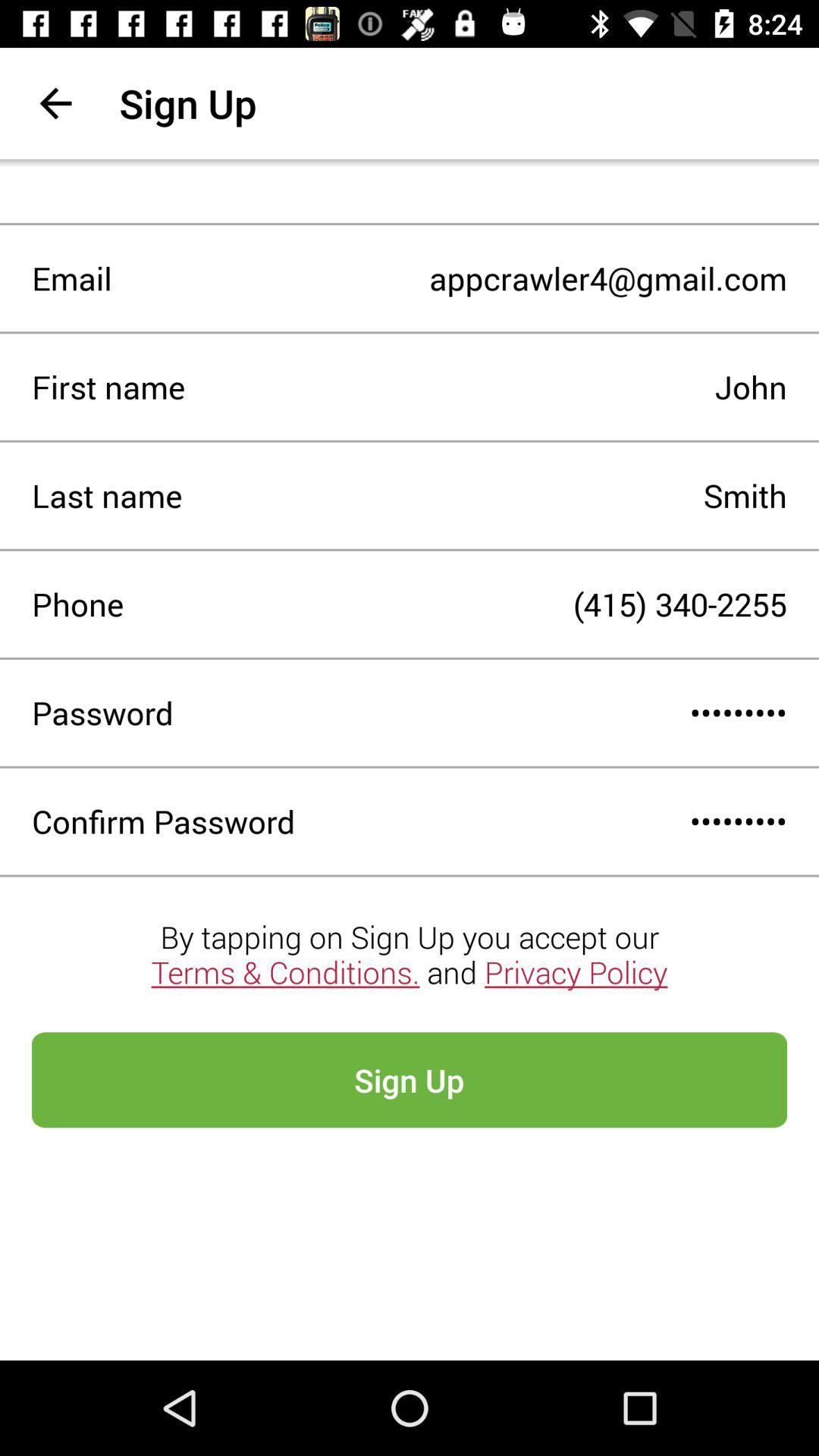 The width and height of the screenshot is (819, 1456). What do you see at coordinates (448, 278) in the screenshot?
I see `item next to the email item` at bounding box center [448, 278].